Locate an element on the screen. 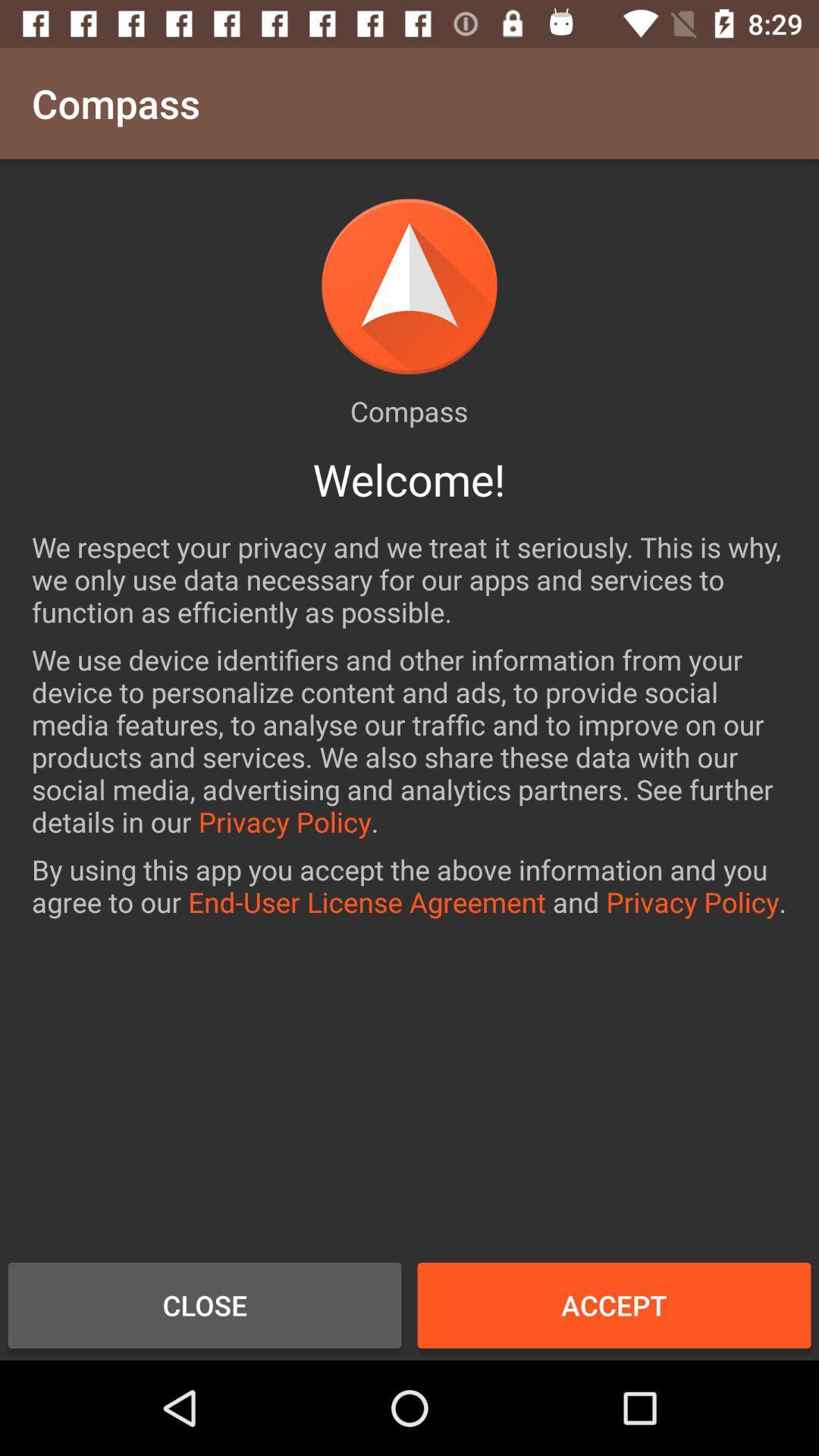 The height and width of the screenshot is (1456, 819). the icon below the we use device is located at coordinates (409, 886).